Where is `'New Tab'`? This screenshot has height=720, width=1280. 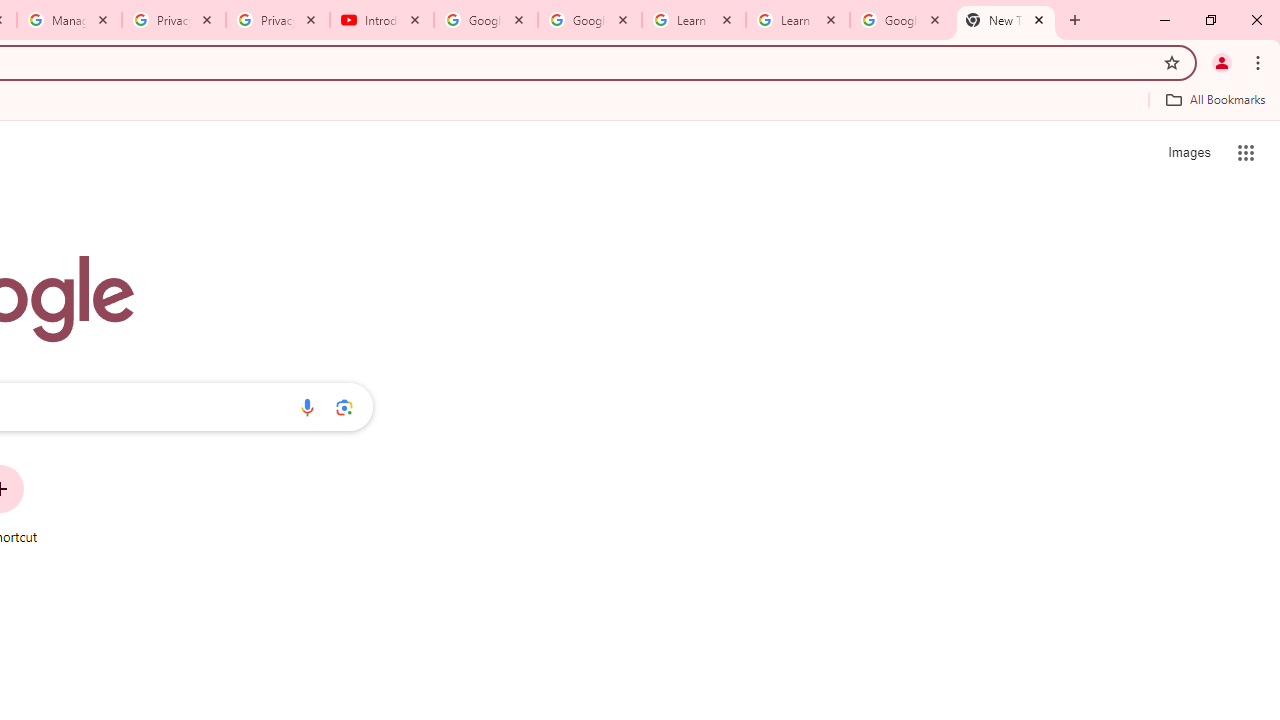
'New Tab' is located at coordinates (1006, 20).